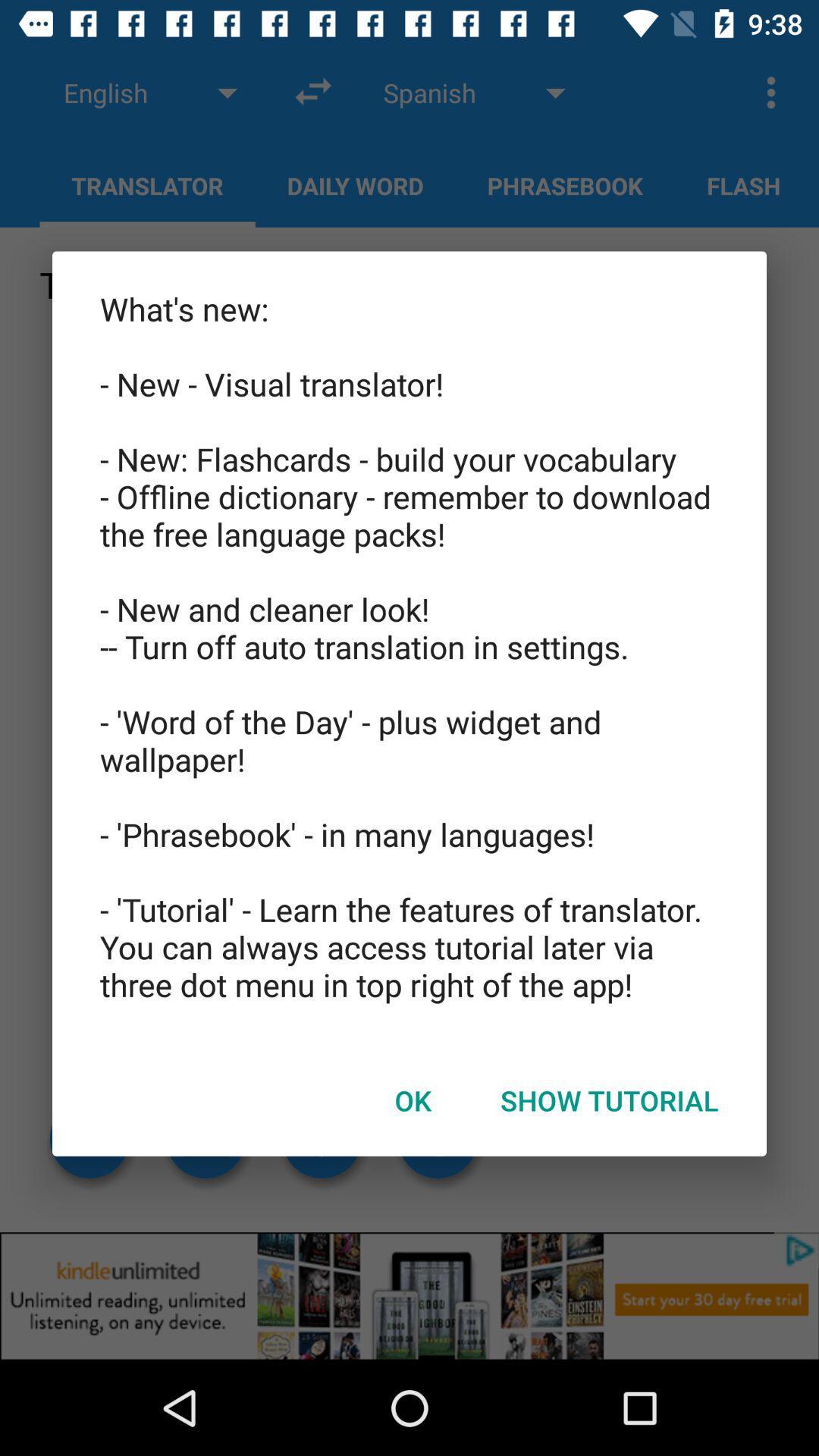 This screenshot has width=819, height=1456. What do you see at coordinates (413, 1100) in the screenshot?
I see `the ok item` at bounding box center [413, 1100].